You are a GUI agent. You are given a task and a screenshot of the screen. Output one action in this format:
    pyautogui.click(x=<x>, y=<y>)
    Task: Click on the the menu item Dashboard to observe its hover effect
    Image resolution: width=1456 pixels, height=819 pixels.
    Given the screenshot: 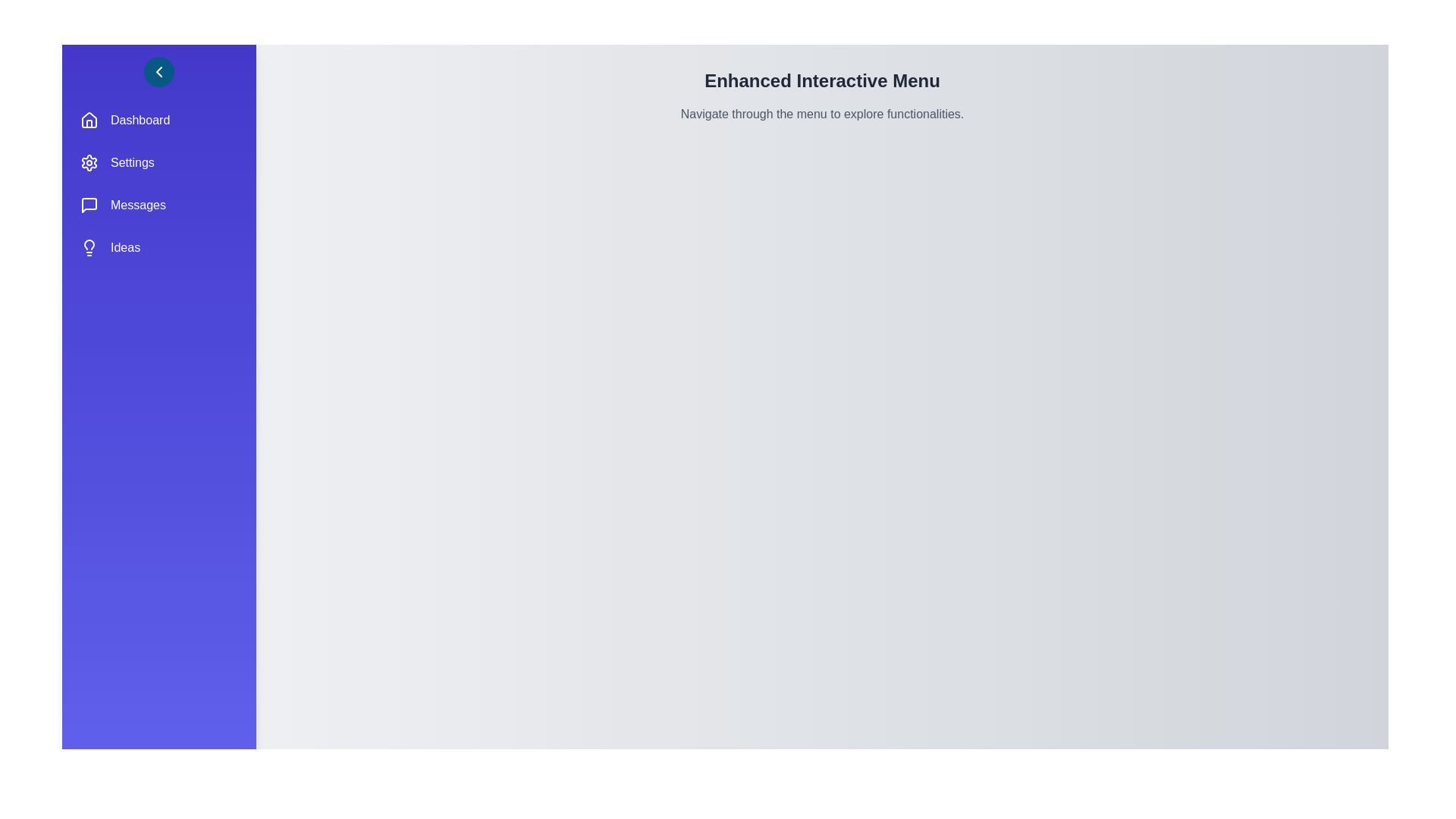 What is the action you would take?
    pyautogui.click(x=159, y=119)
    